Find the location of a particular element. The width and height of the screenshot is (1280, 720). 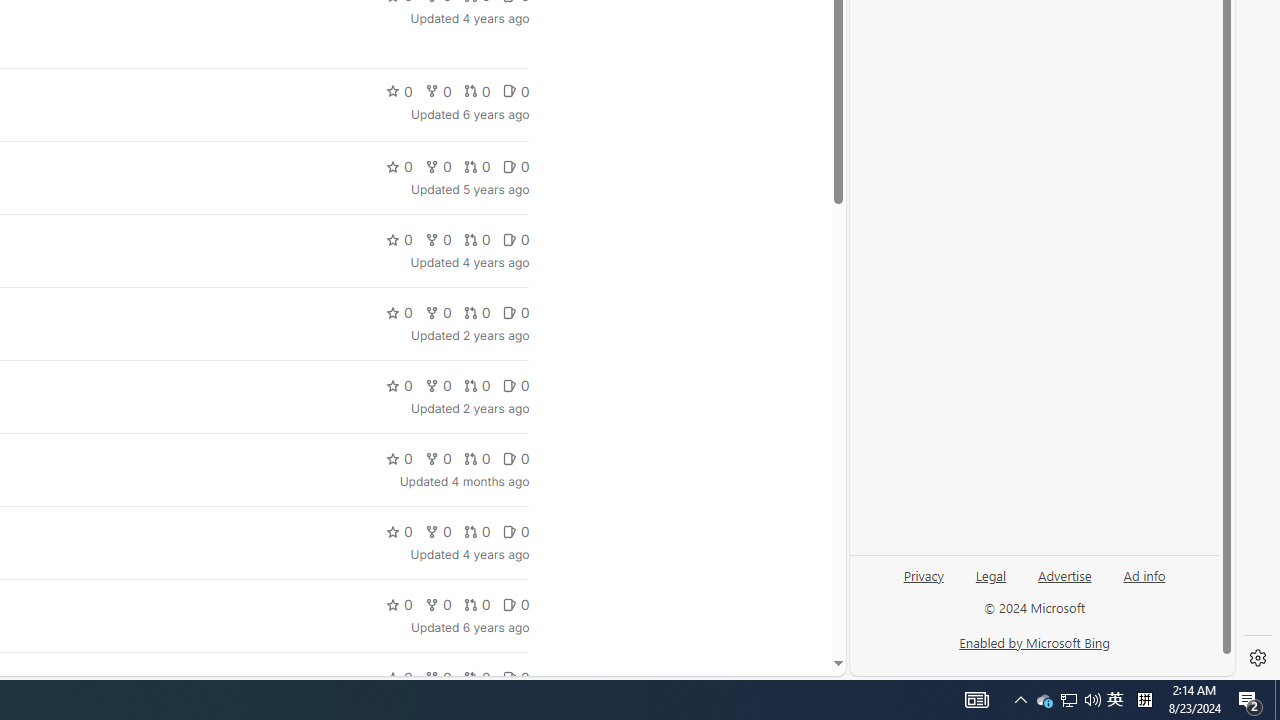

'Ad info' is located at coordinates (1144, 583).